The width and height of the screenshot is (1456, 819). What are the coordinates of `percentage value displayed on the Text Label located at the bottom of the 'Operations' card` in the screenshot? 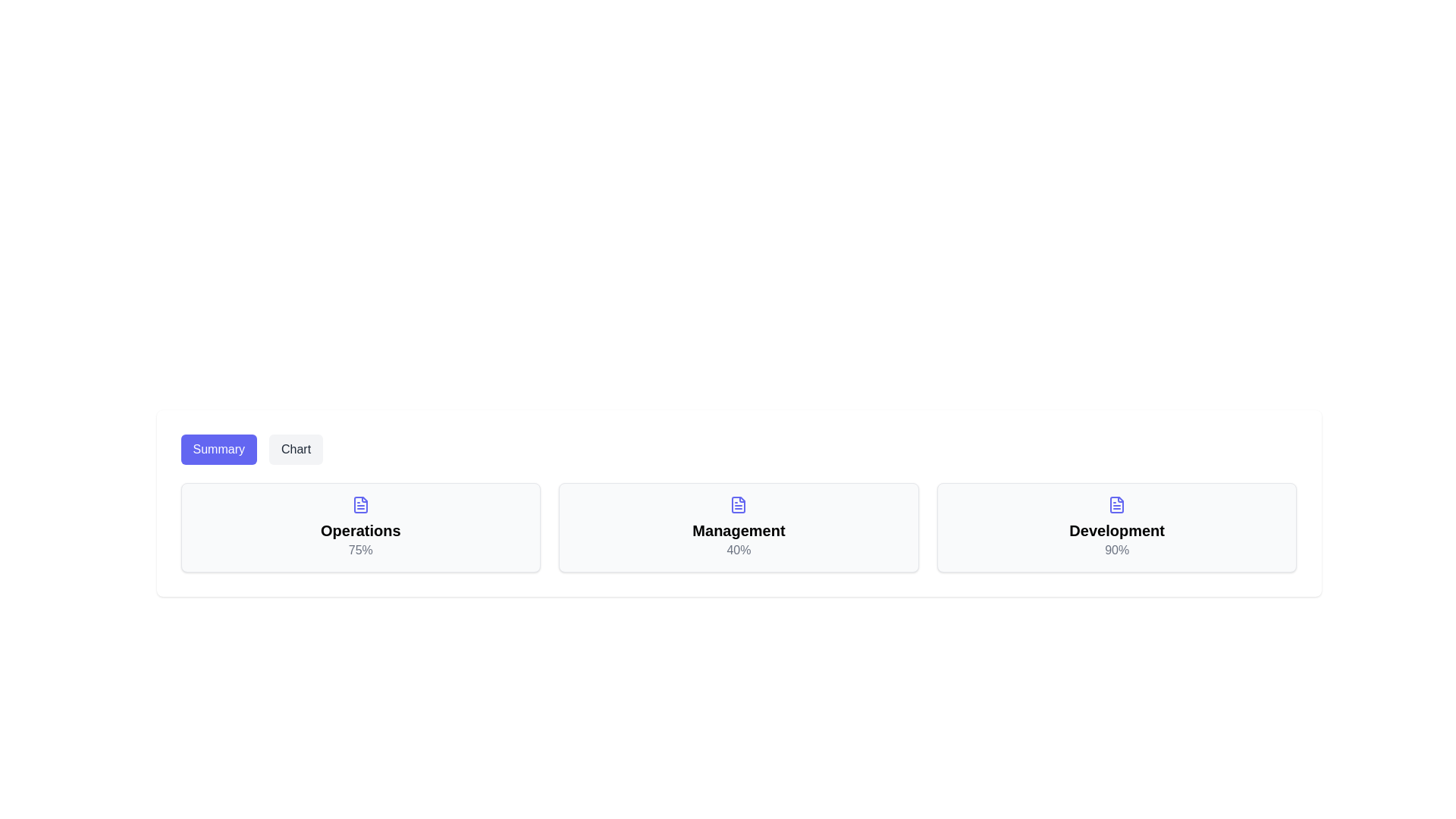 It's located at (359, 550).